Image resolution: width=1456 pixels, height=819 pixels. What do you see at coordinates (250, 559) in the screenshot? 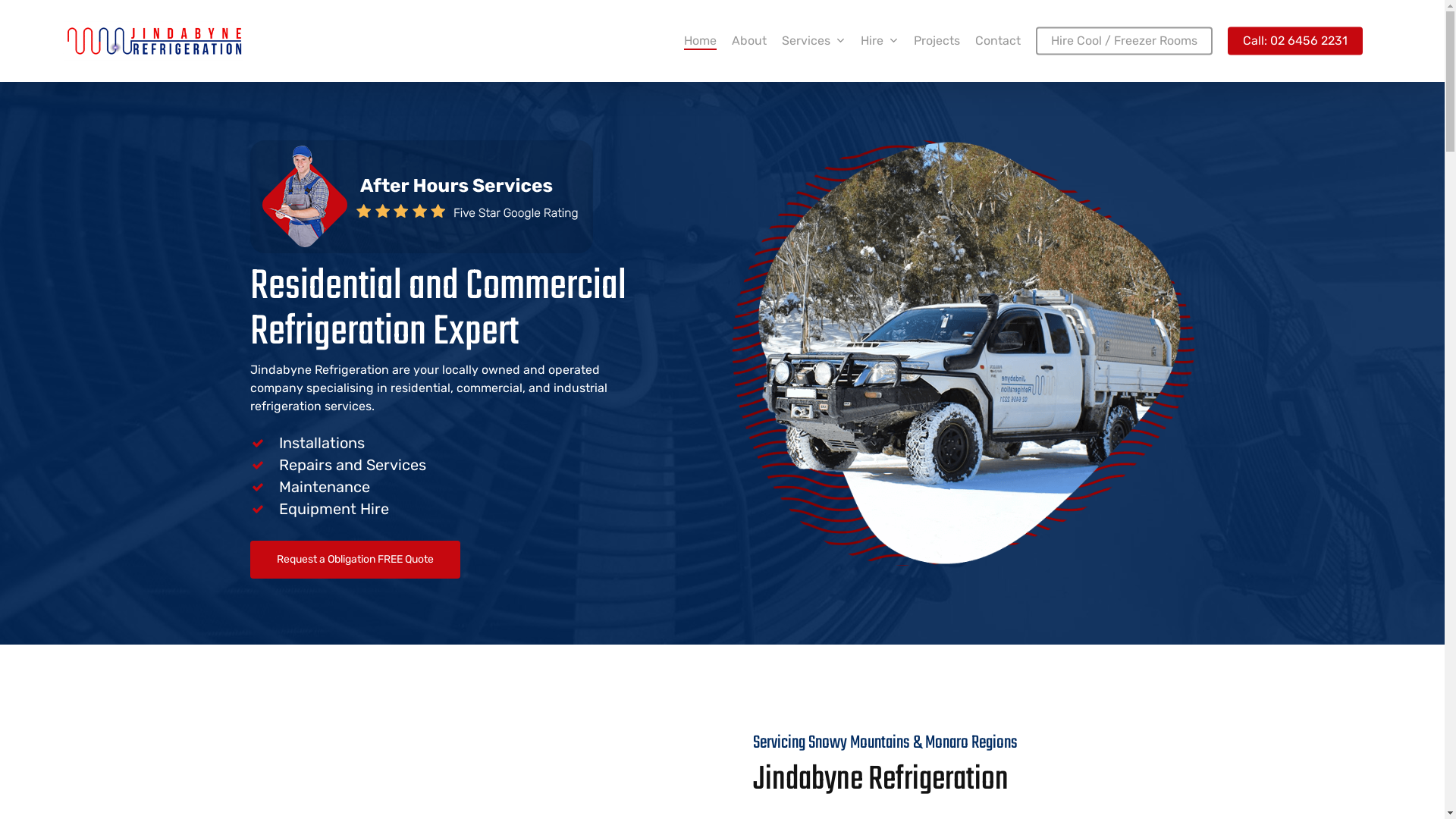
I see `'Request a Obligation FREE Quote'` at bounding box center [250, 559].